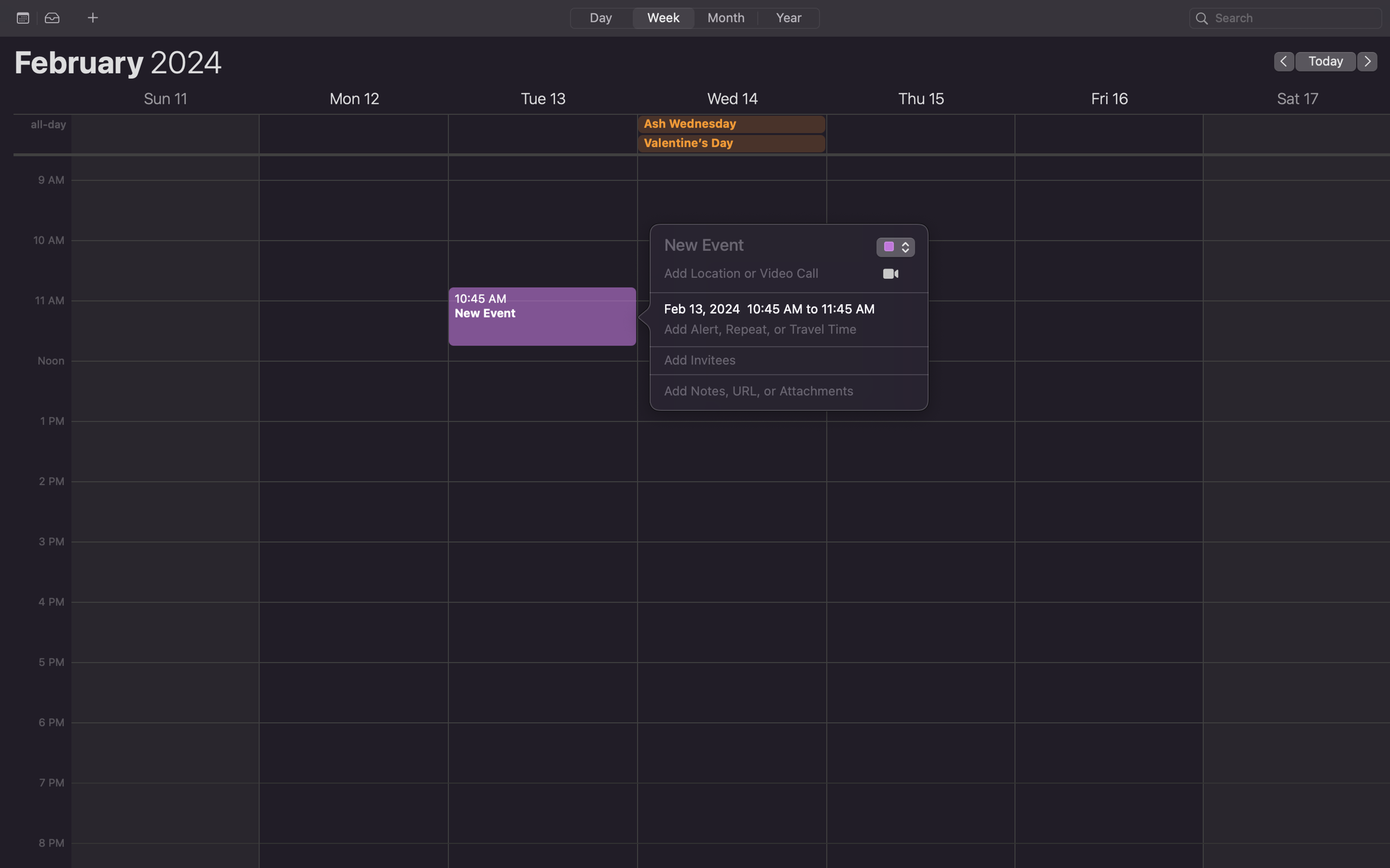 Image resolution: width=1390 pixels, height=868 pixels. Describe the element at coordinates (762, 277) in the screenshot. I see `Register "Gates Hillman Center" as a new location` at that location.